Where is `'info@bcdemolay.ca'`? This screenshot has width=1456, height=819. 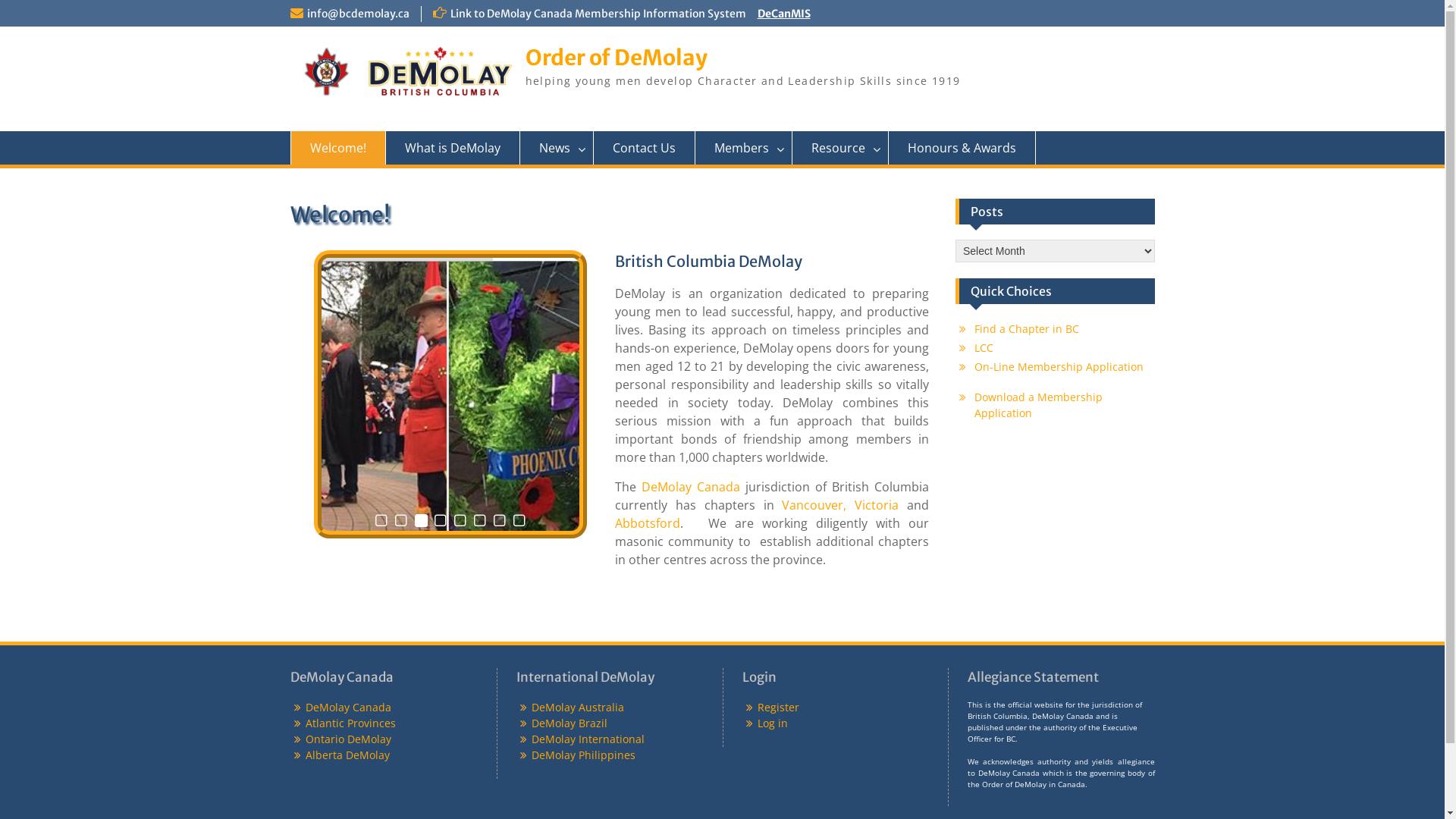
'info@bcdemolay.ca' is located at coordinates (305, 14).